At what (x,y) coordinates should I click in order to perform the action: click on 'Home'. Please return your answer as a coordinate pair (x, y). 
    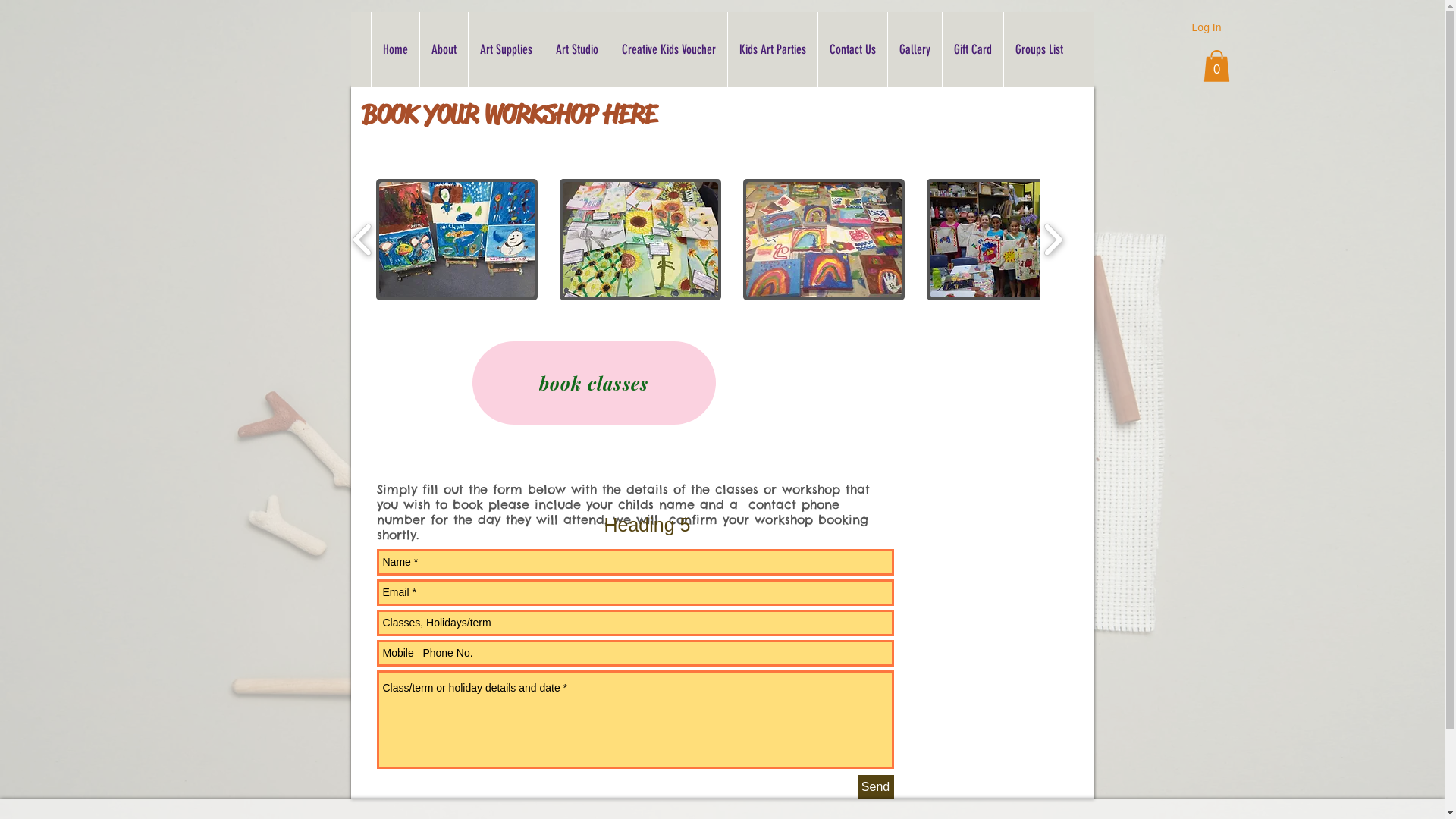
    Looking at the image, I should click on (394, 49).